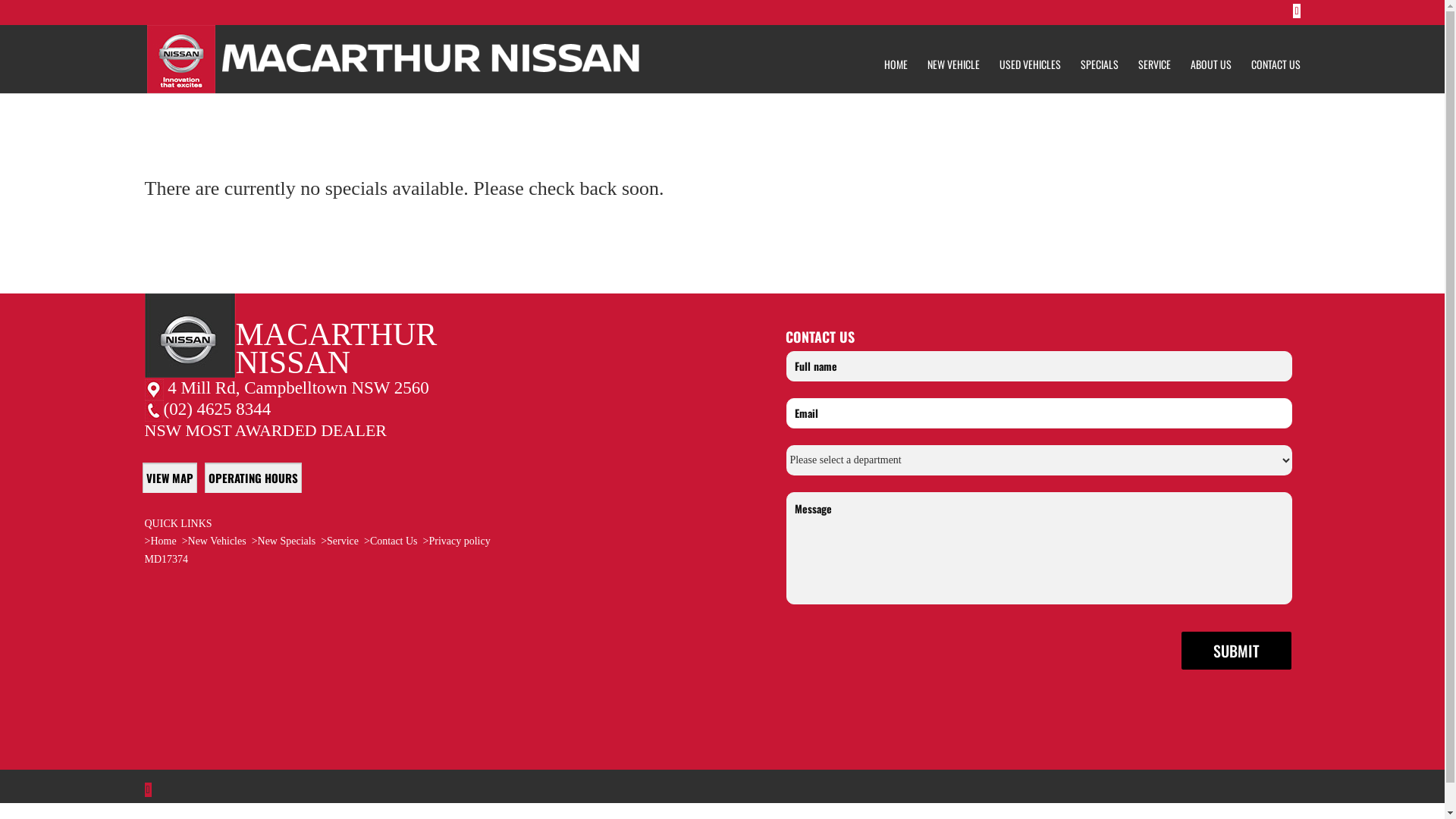 The height and width of the screenshot is (819, 1456). I want to click on 'SERVICE', so click(1153, 69).